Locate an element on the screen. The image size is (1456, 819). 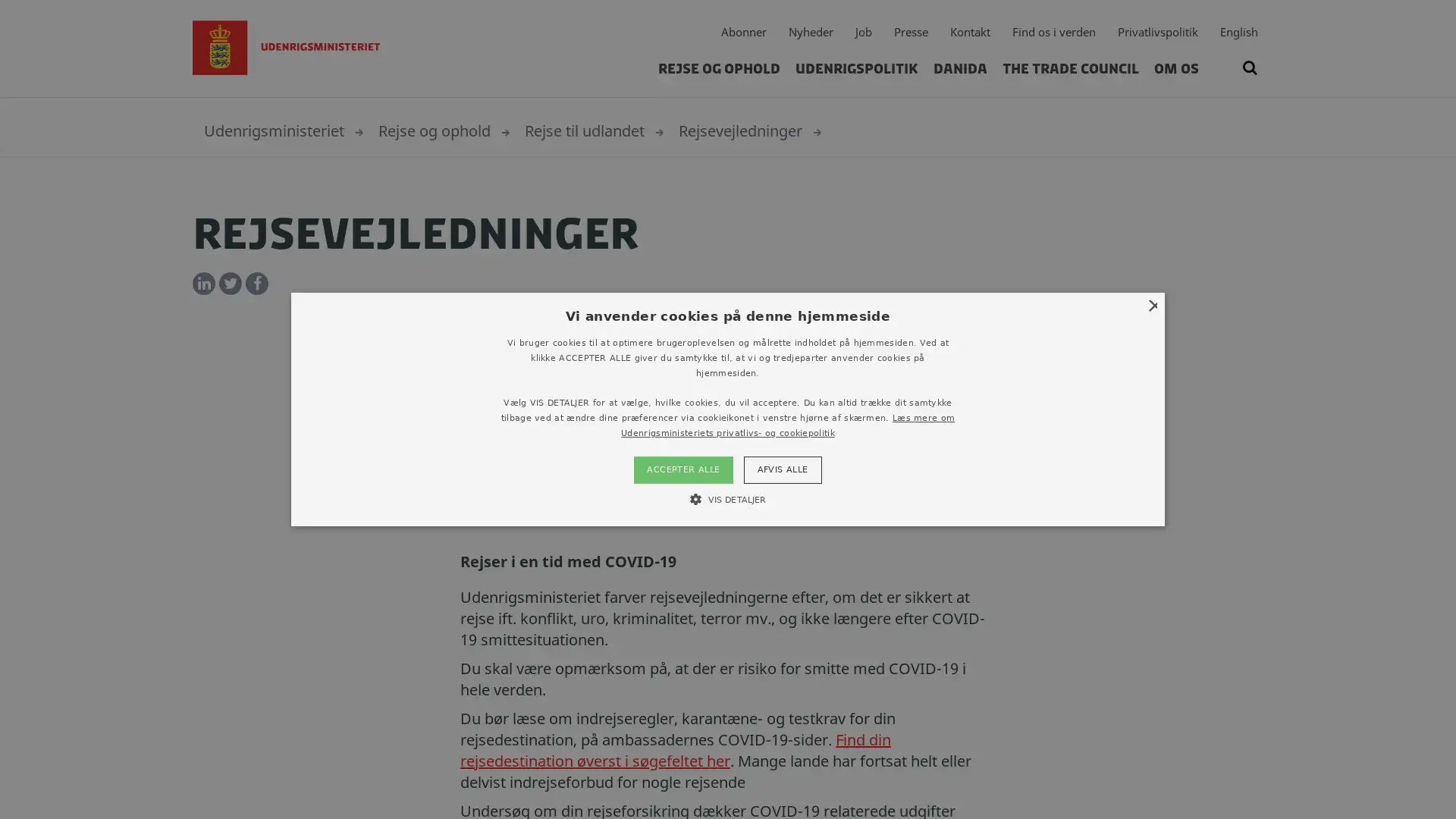
AFVIS ALLE is located at coordinates (782, 468).